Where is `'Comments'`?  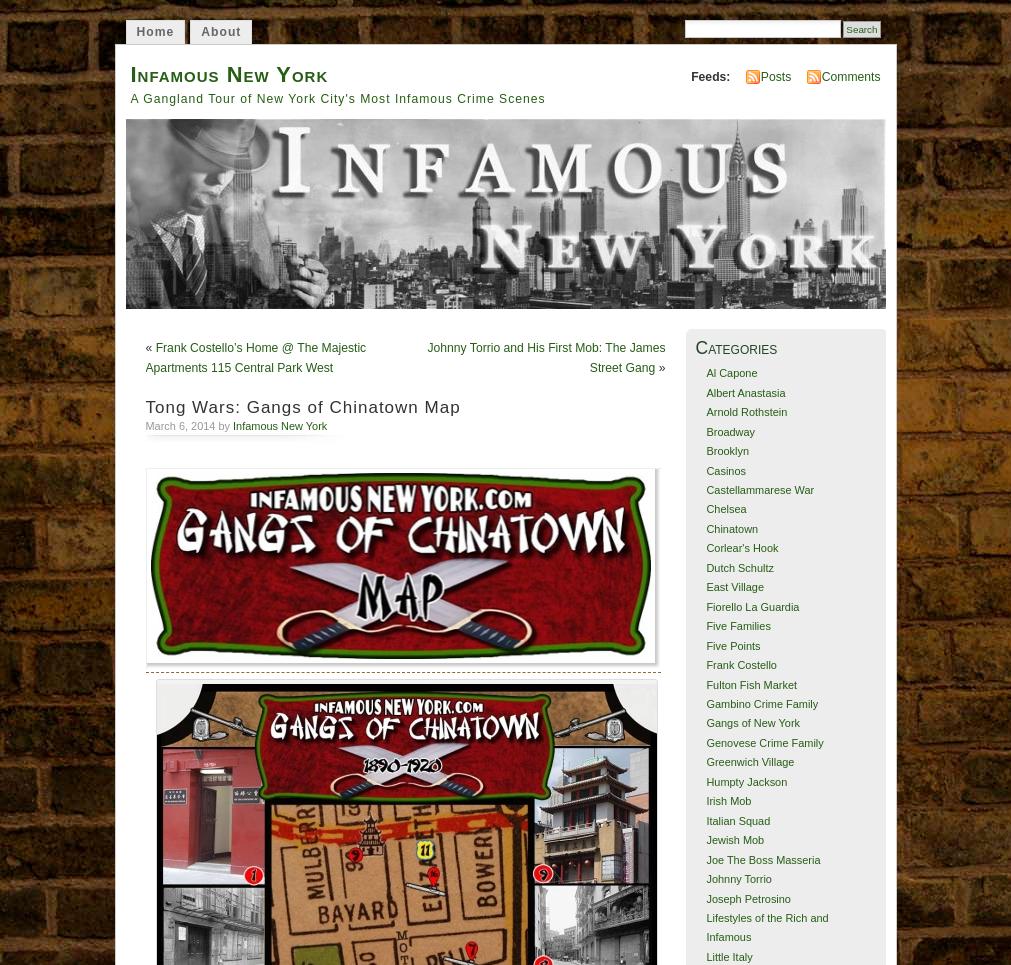
'Comments' is located at coordinates (820, 75).